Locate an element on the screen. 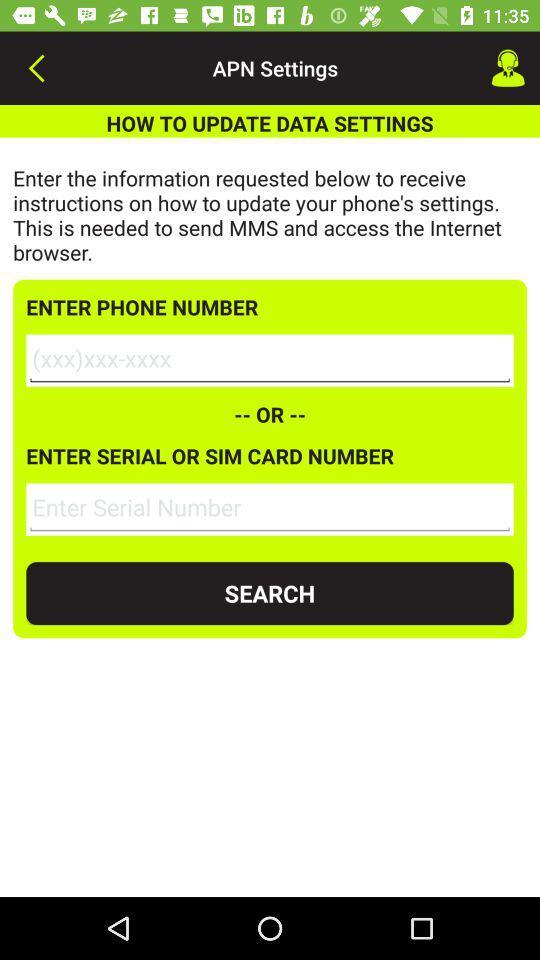 The height and width of the screenshot is (960, 540). the item to the left of apn settings is located at coordinates (36, 68).